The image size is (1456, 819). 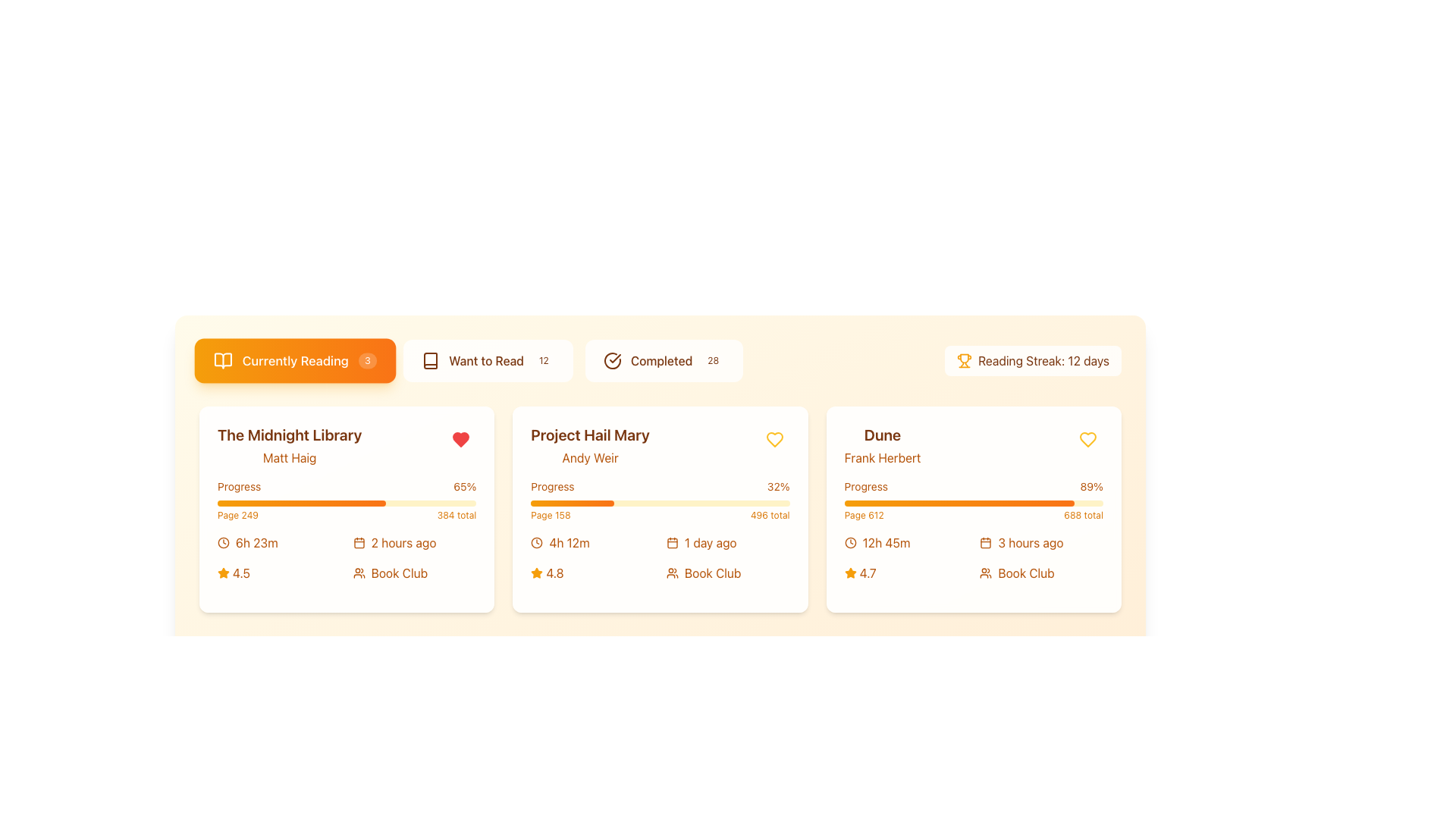 What do you see at coordinates (1031, 542) in the screenshot?
I see `the text element displaying '3 hours ago', located at the bottom-center of the third card labeled 'Dune', which is adjacent to a calendar icon` at bounding box center [1031, 542].